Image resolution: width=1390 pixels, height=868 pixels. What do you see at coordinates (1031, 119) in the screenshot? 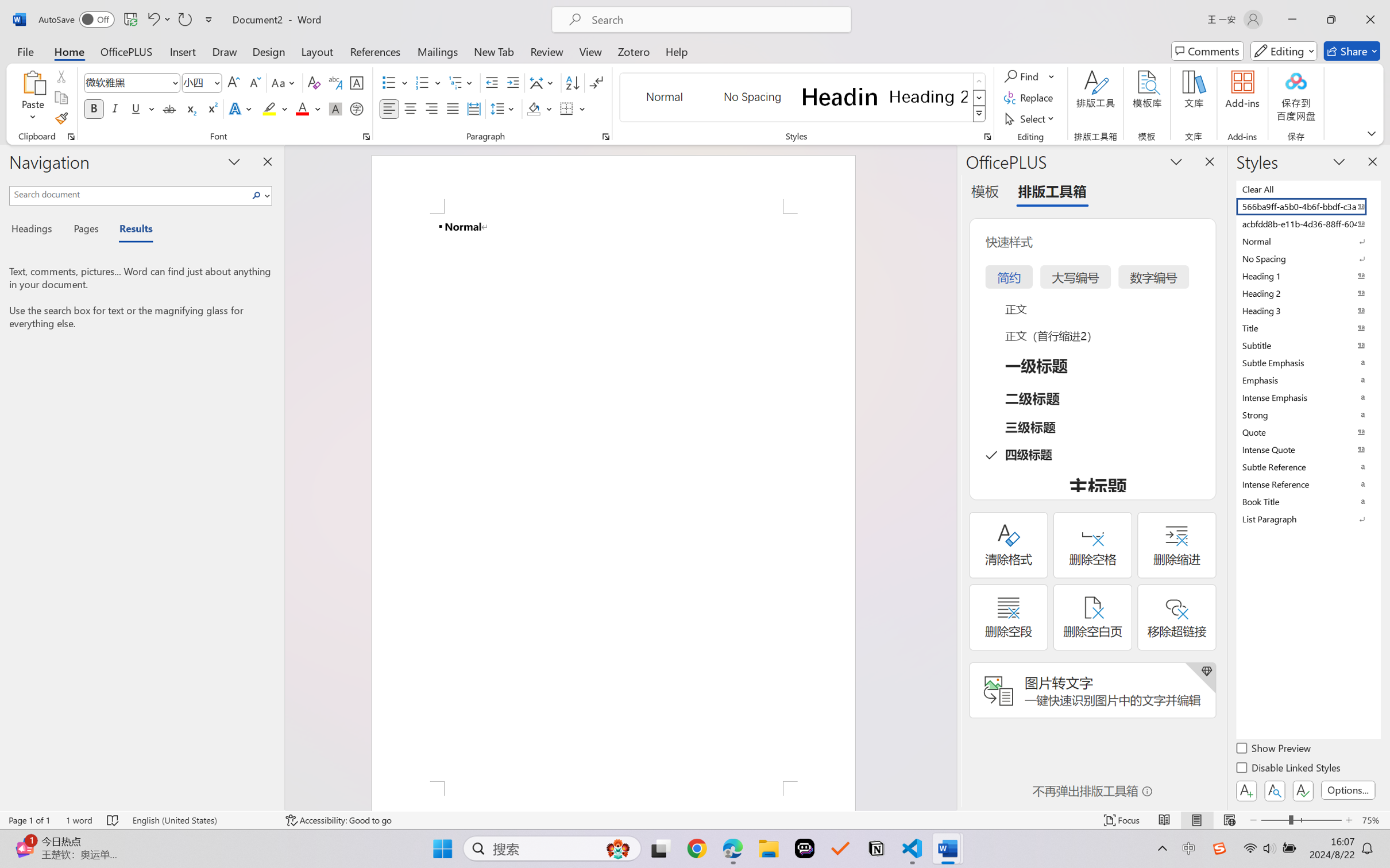
I see `'Select'` at bounding box center [1031, 119].